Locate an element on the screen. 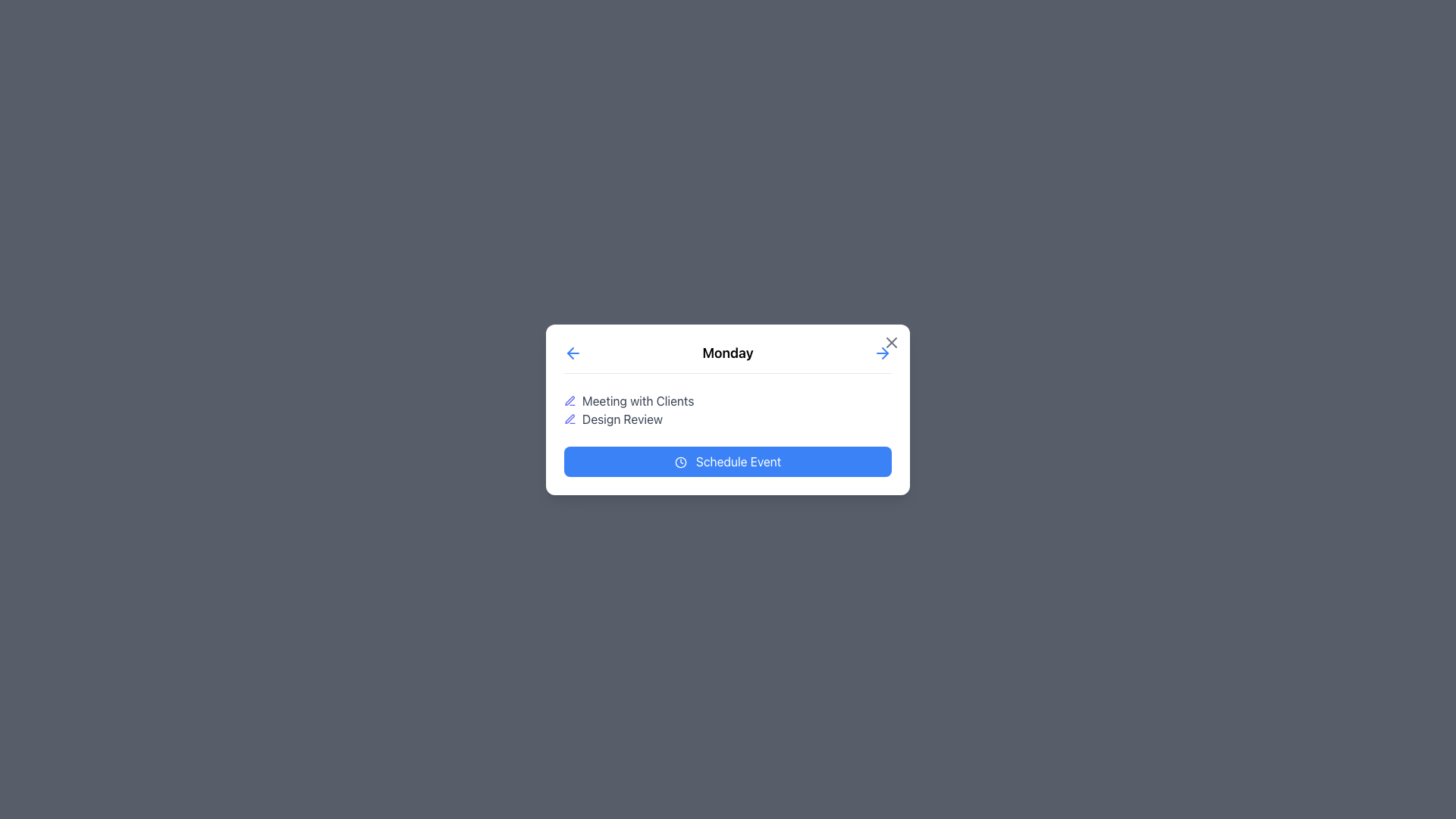 The image size is (1456, 819). the Close Button located in the top-right corner of the dialog box to observe the color change effect is located at coordinates (892, 342).